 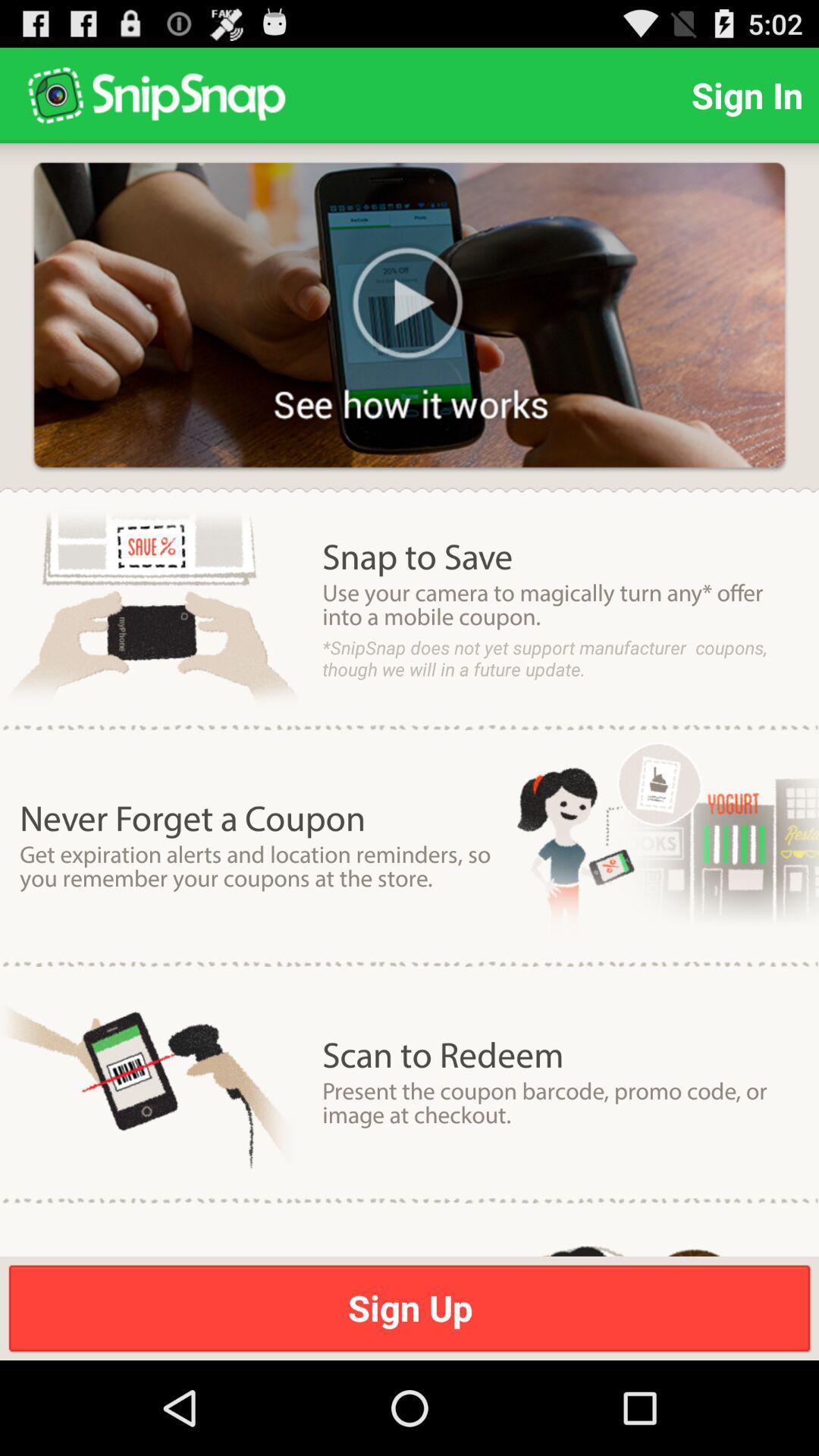 I want to click on sign in, so click(x=746, y=94).